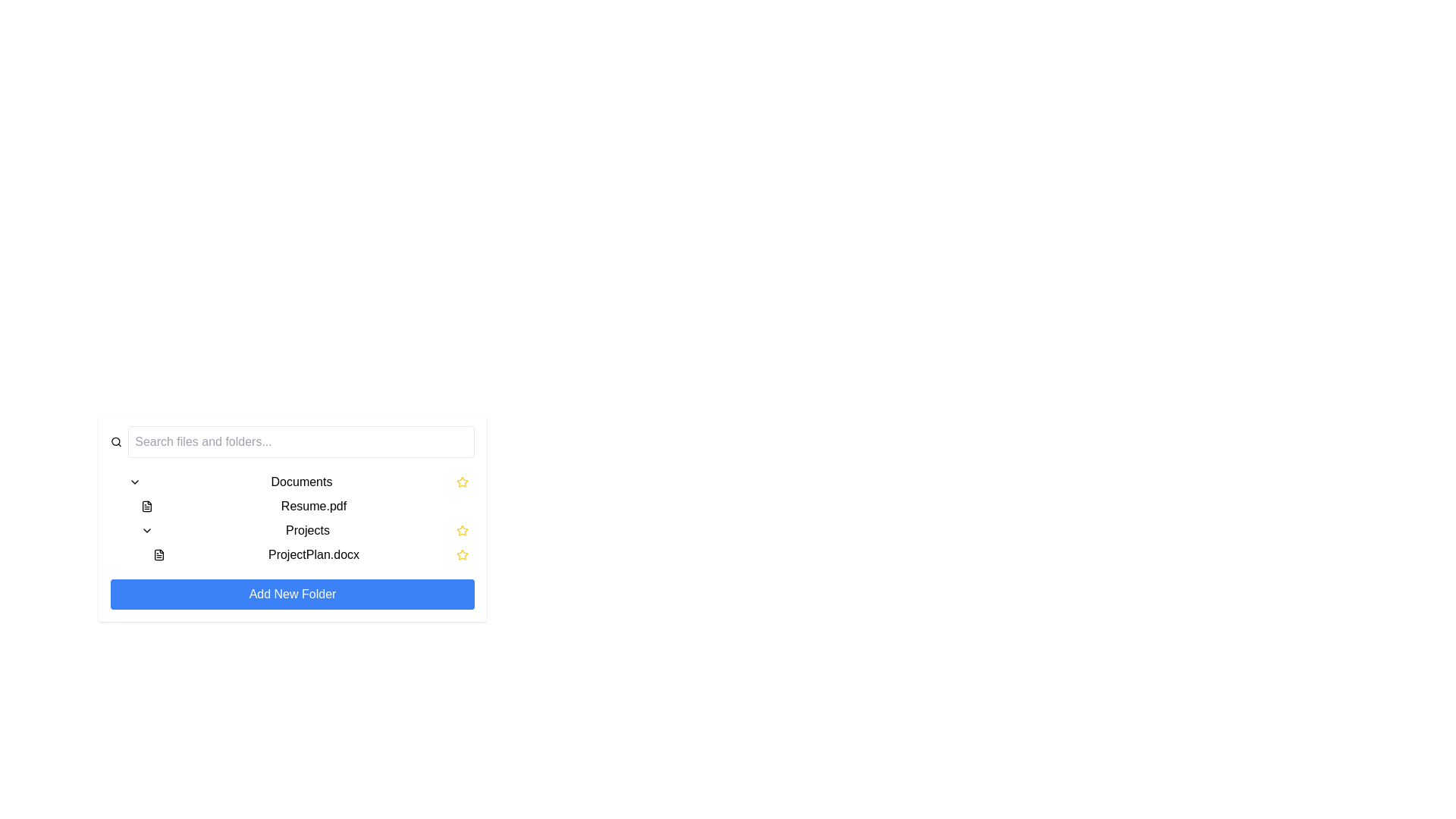 The height and width of the screenshot is (819, 1456). What do you see at coordinates (134, 482) in the screenshot?
I see `the downward-facing triangular arrow SVG icon located to the left of the 'Documents' label` at bounding box center [134, 482].